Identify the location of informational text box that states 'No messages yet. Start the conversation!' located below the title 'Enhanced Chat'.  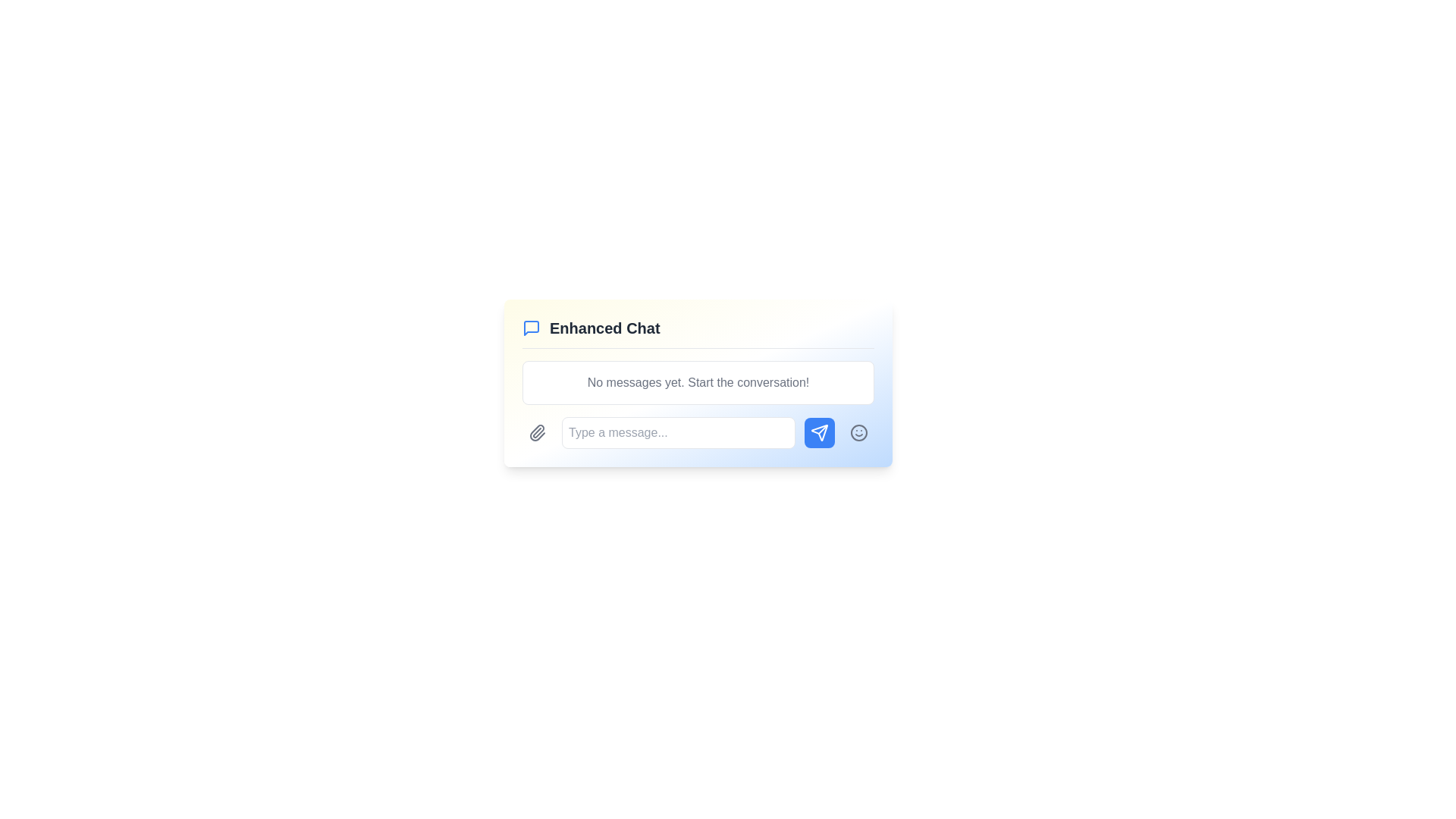
(698, 382).